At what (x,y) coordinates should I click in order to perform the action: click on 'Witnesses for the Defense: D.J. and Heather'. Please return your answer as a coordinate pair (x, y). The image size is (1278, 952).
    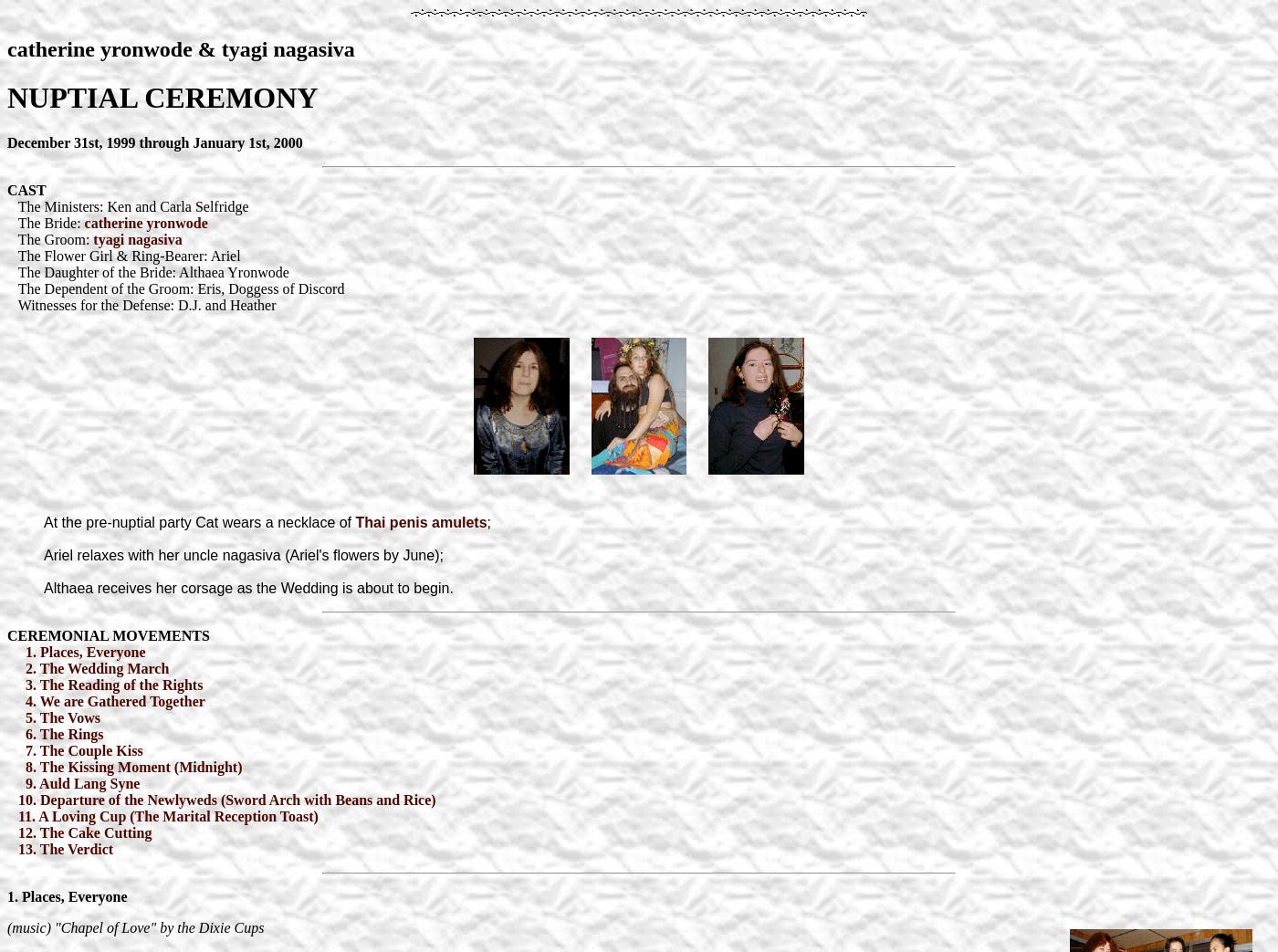
    Looking at the image, I should click on (141, 303).